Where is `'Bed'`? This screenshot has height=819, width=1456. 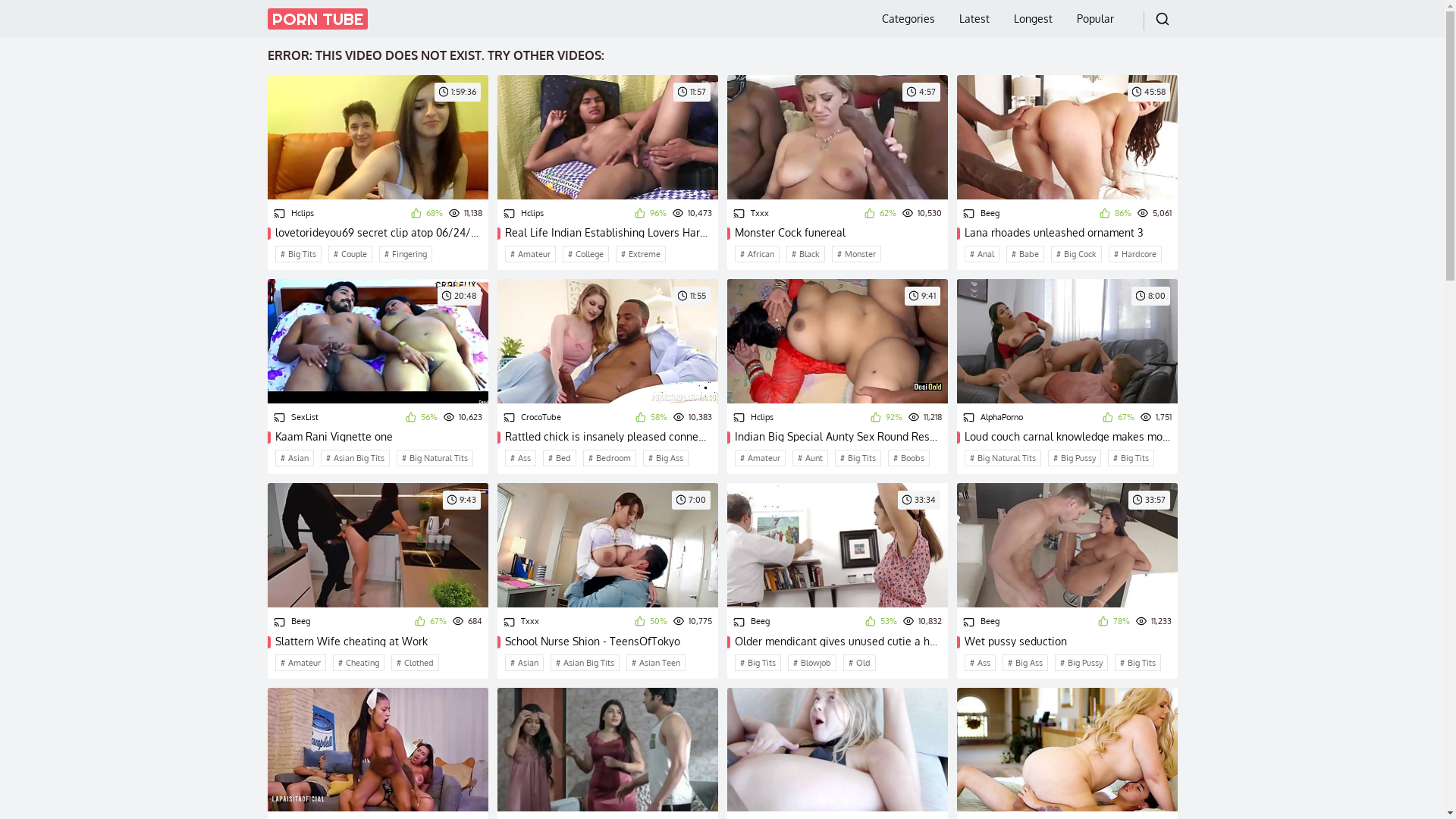 'Bed' is located at coordinates (559, 457).